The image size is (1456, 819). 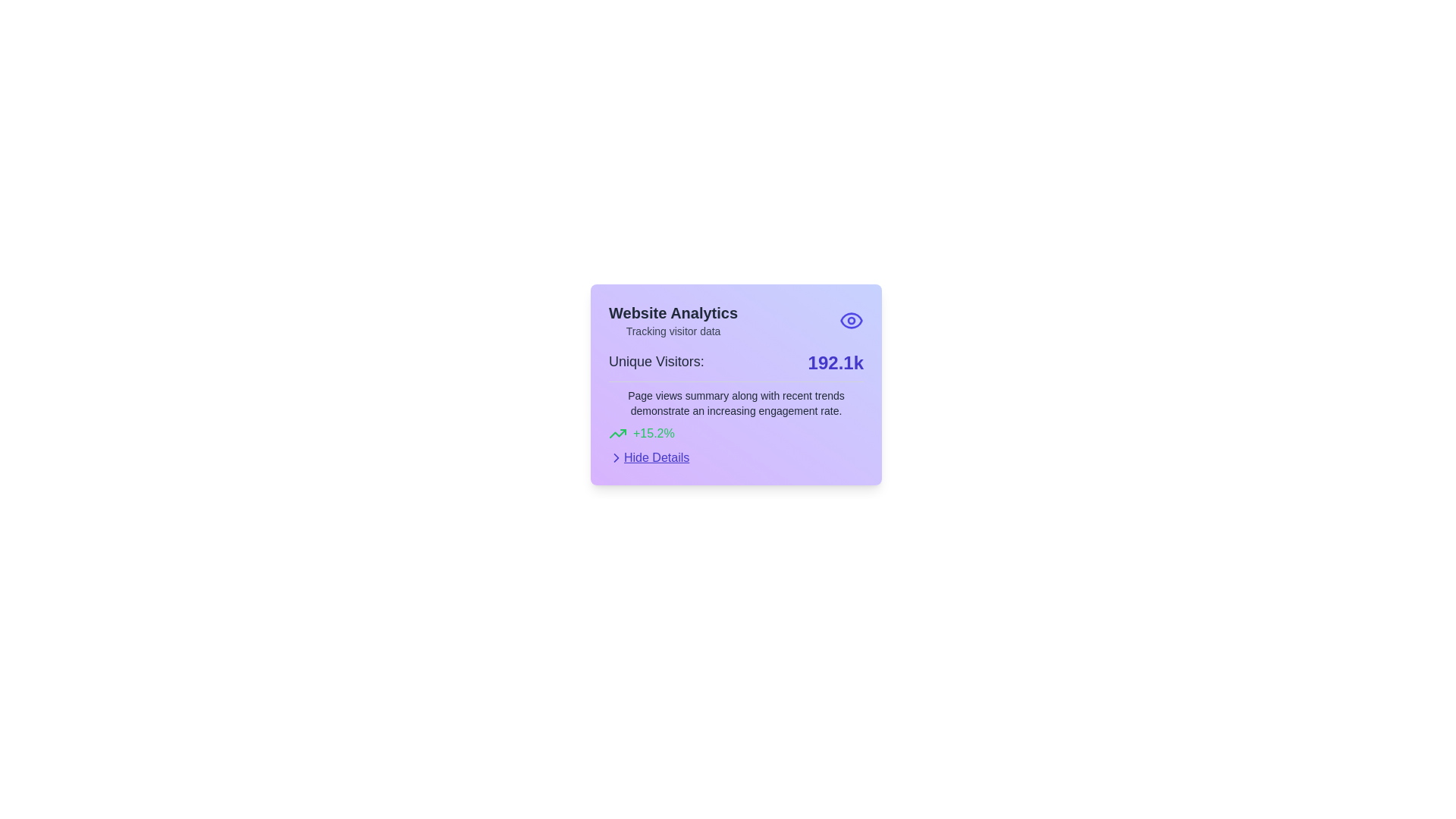 What do you see at coordinates (673, 330) in the screenshot?
I see `the text label providing additional context to the main heading 'Website Analytics', located directly below the larger header and aligned to the left` at bounding box center [673, 330].